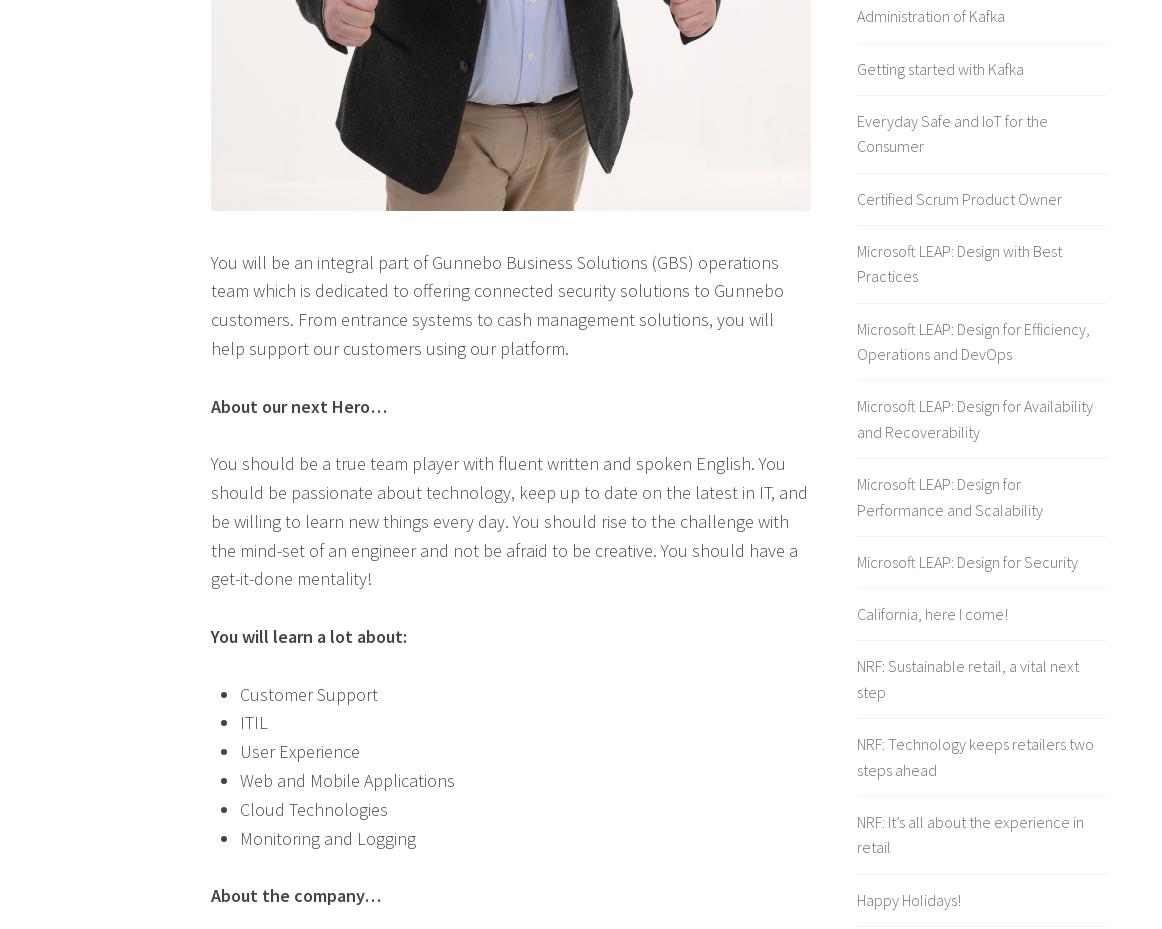  I want to click on 'You will be an integral part of Gunnebo Business Solutions (GBS) operations team which is dedicated to offering connected security solutions to Gunnebo customers. From entrance systems to cash management solutions, you will help support our customers using our platform.', so click(210, 304).